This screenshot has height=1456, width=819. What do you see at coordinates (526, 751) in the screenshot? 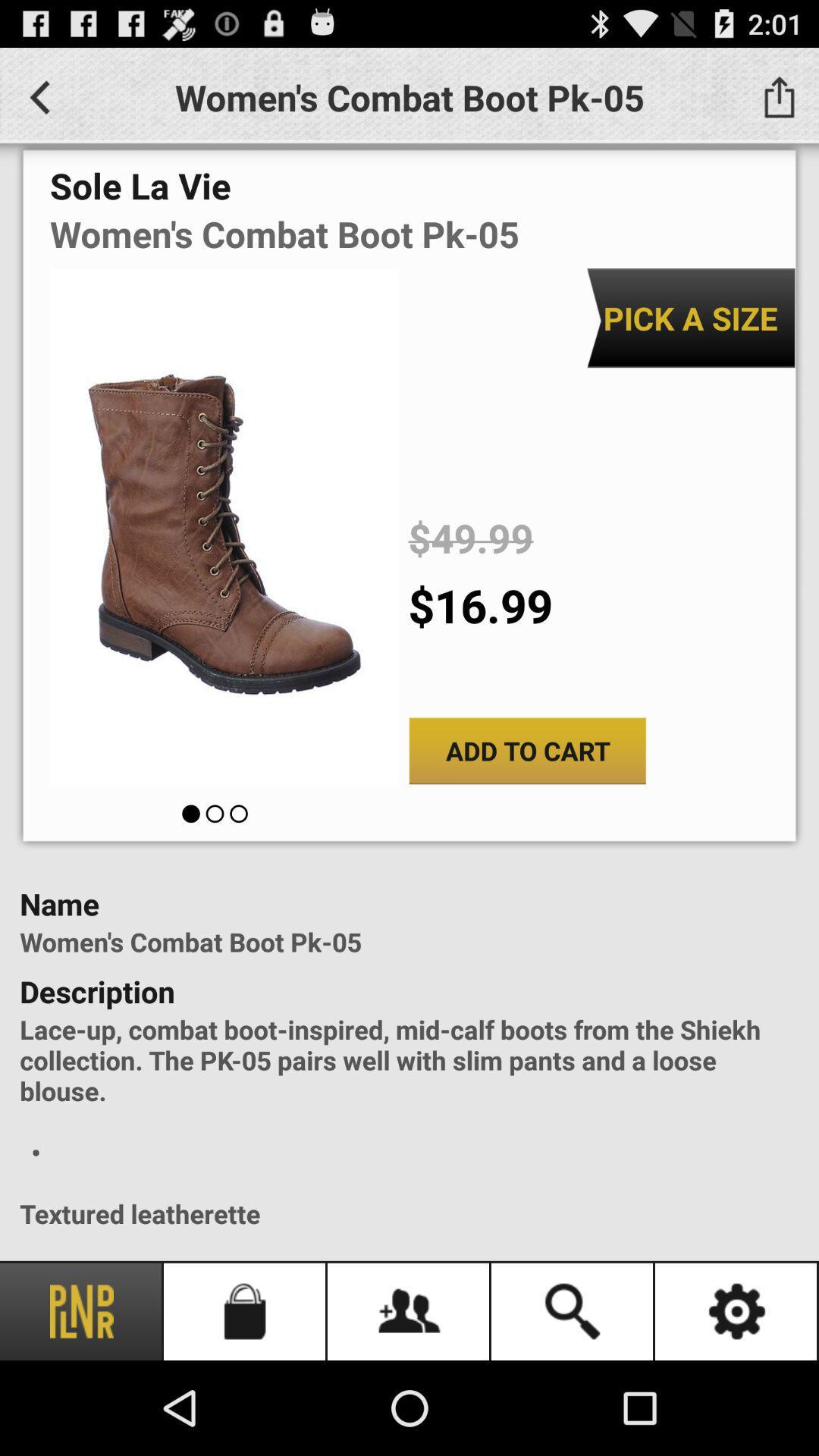
I see `add to cart icon` at bounding box center [526, 751].